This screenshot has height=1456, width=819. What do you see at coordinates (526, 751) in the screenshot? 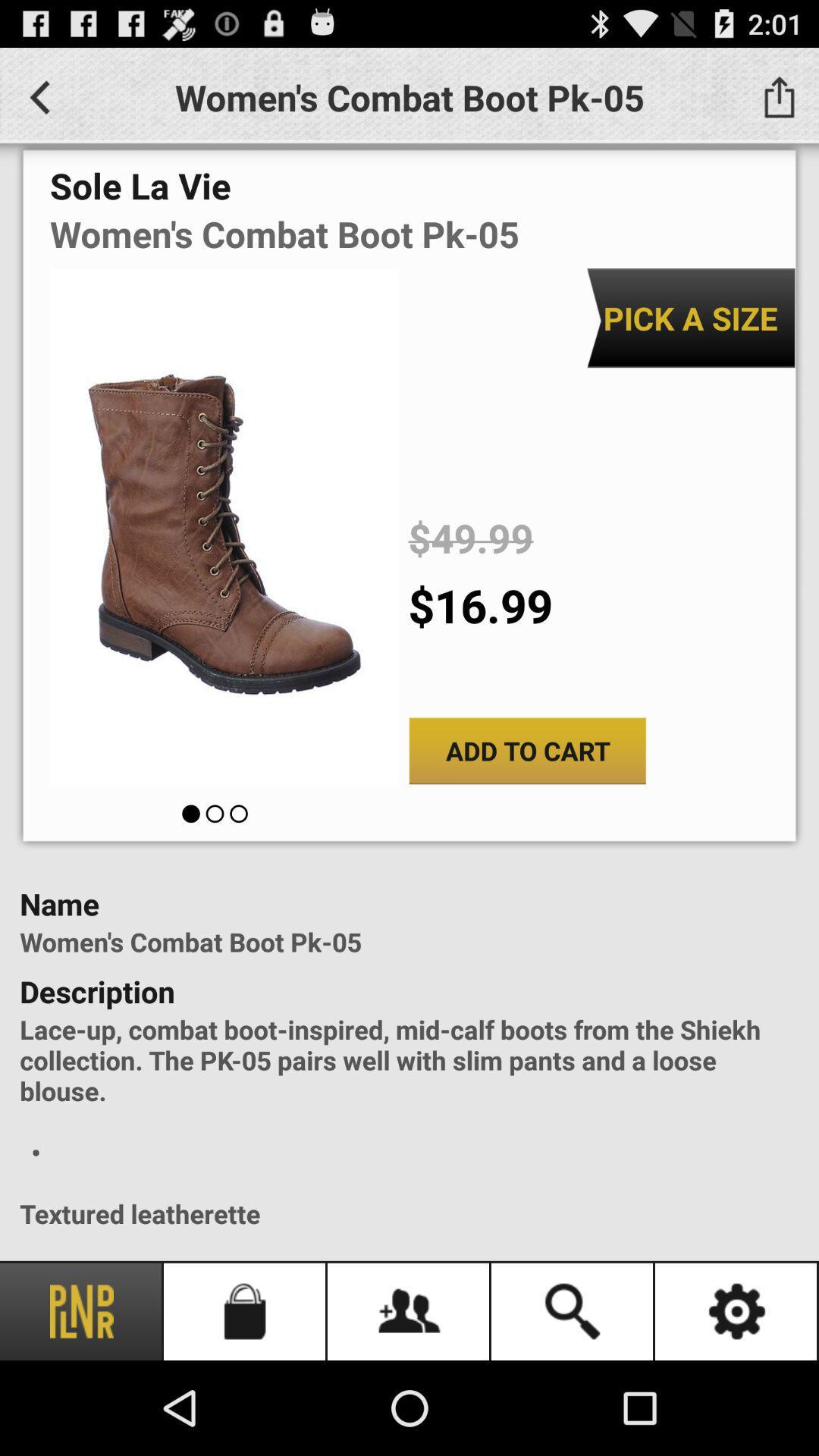
I see `add to cart icon` at bounding box center [526, 751].